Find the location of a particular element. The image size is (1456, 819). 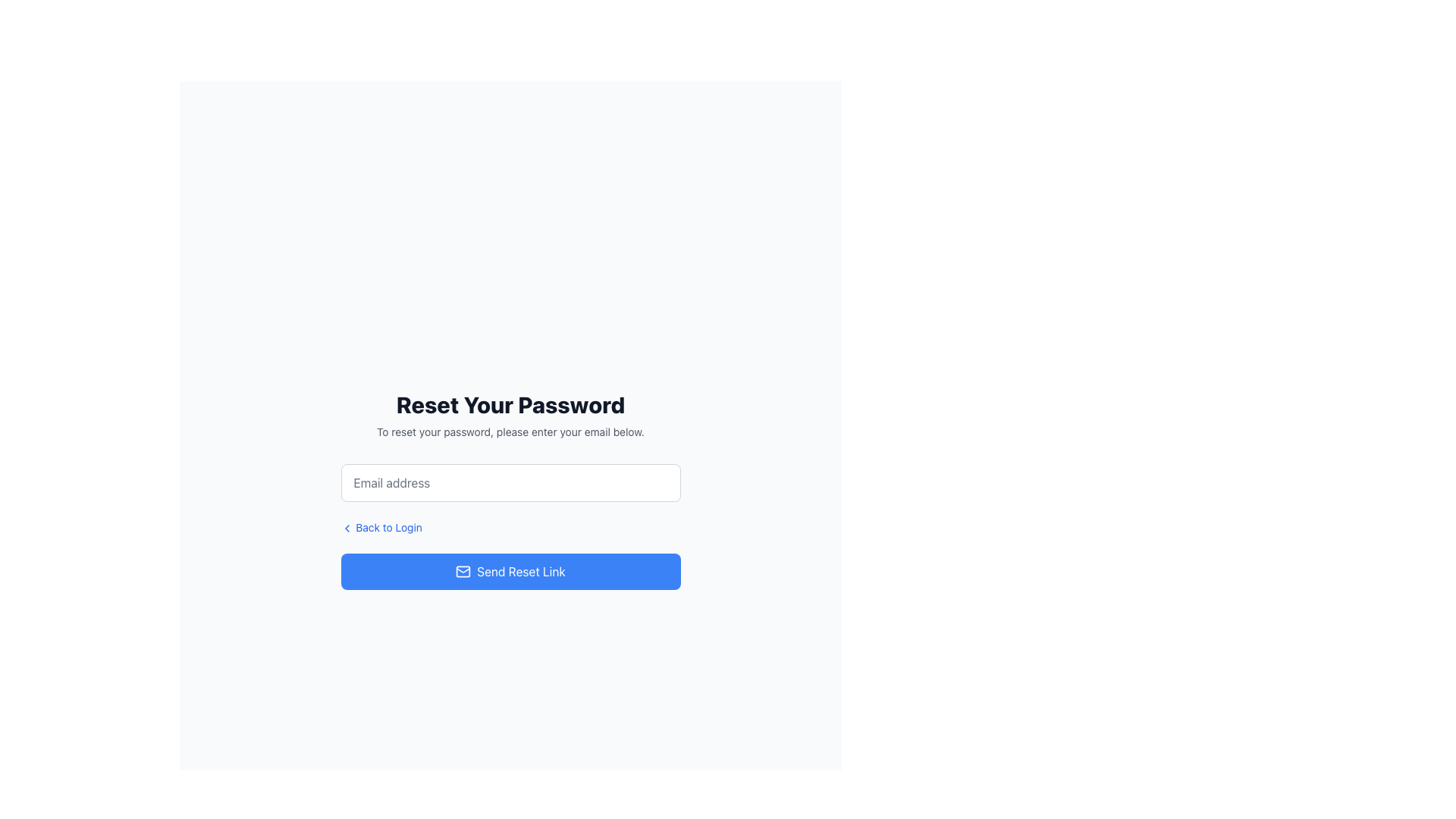

the hyperlink located near the bottom left corner of the form, directly below the email input field is located at coordinates (381, 526).